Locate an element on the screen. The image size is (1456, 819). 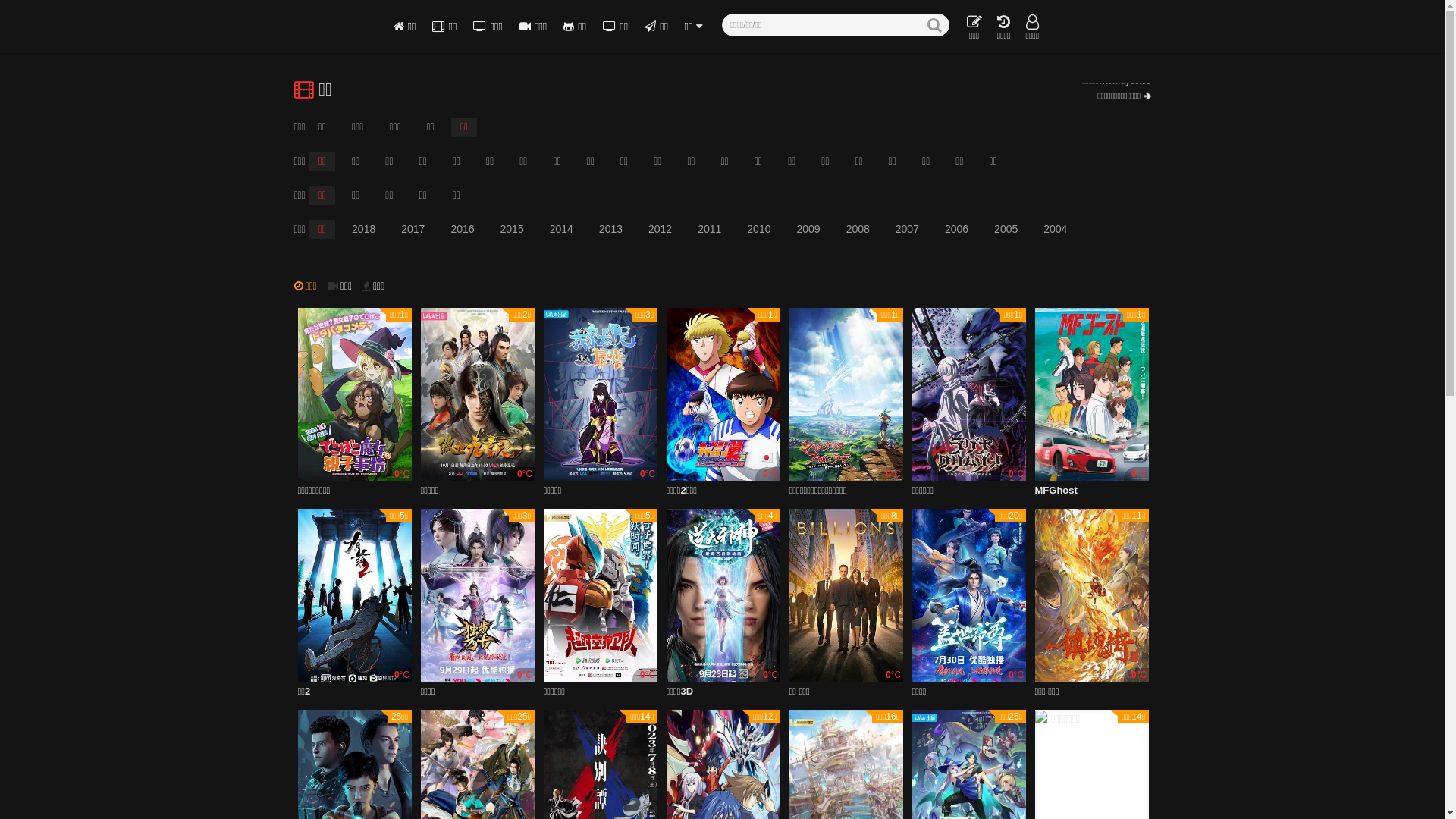
'2004' is located at coordinates (1033, 229).